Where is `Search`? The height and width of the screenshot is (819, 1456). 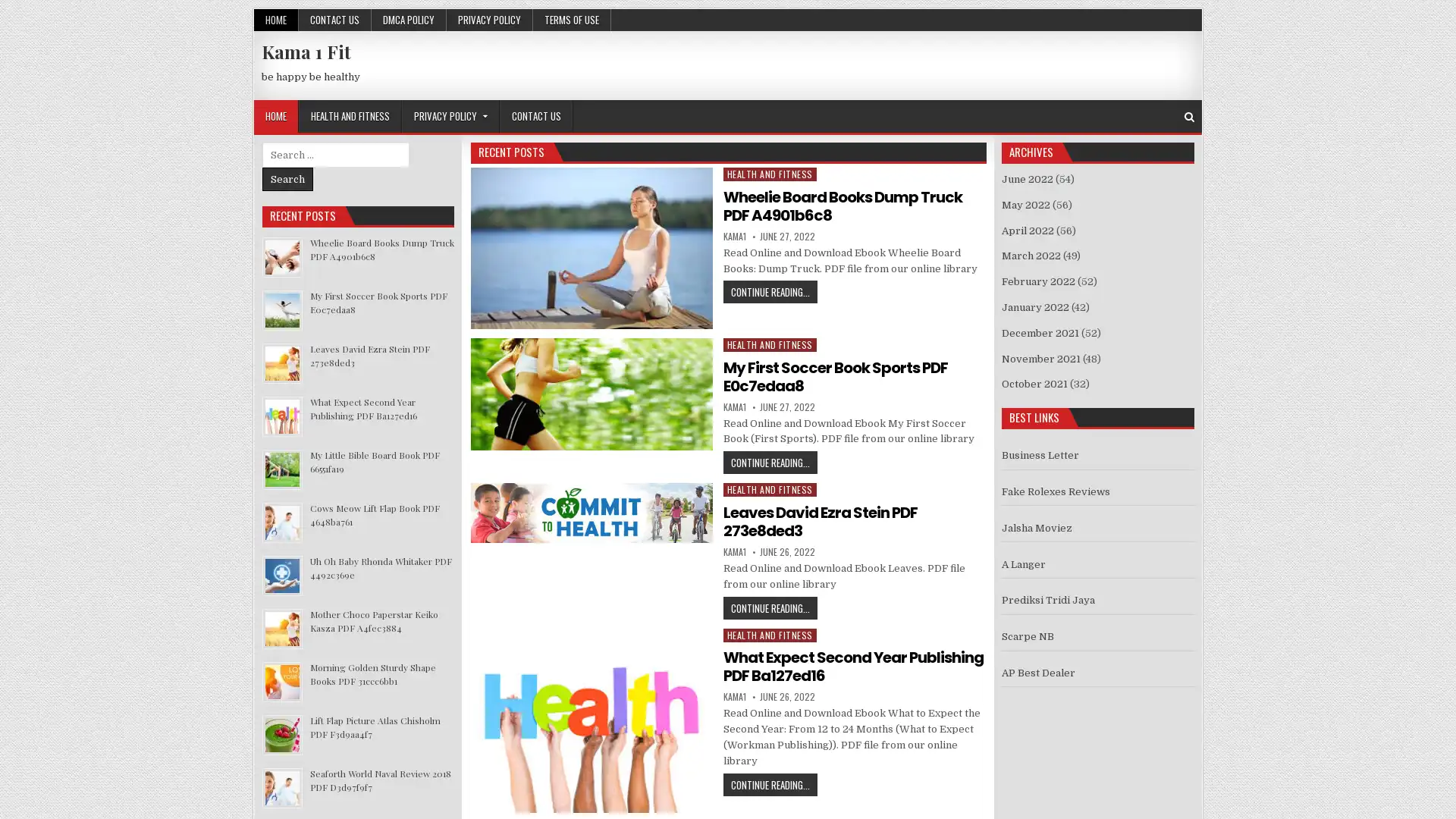 Search is located at coordinates (287, 178).